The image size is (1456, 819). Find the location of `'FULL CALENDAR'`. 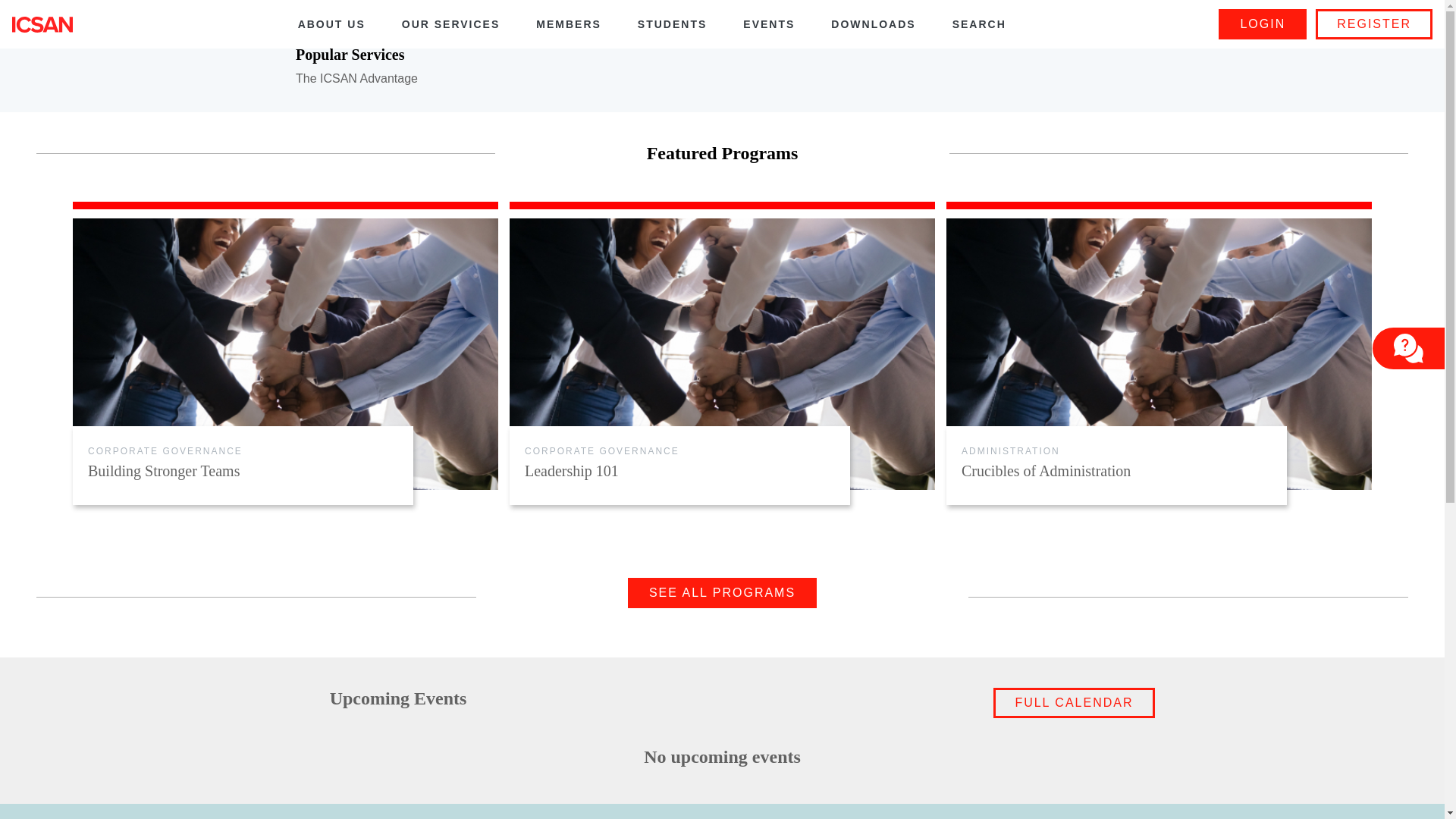

'FULL CALENDAR' is located at coordinates (1073, 702).